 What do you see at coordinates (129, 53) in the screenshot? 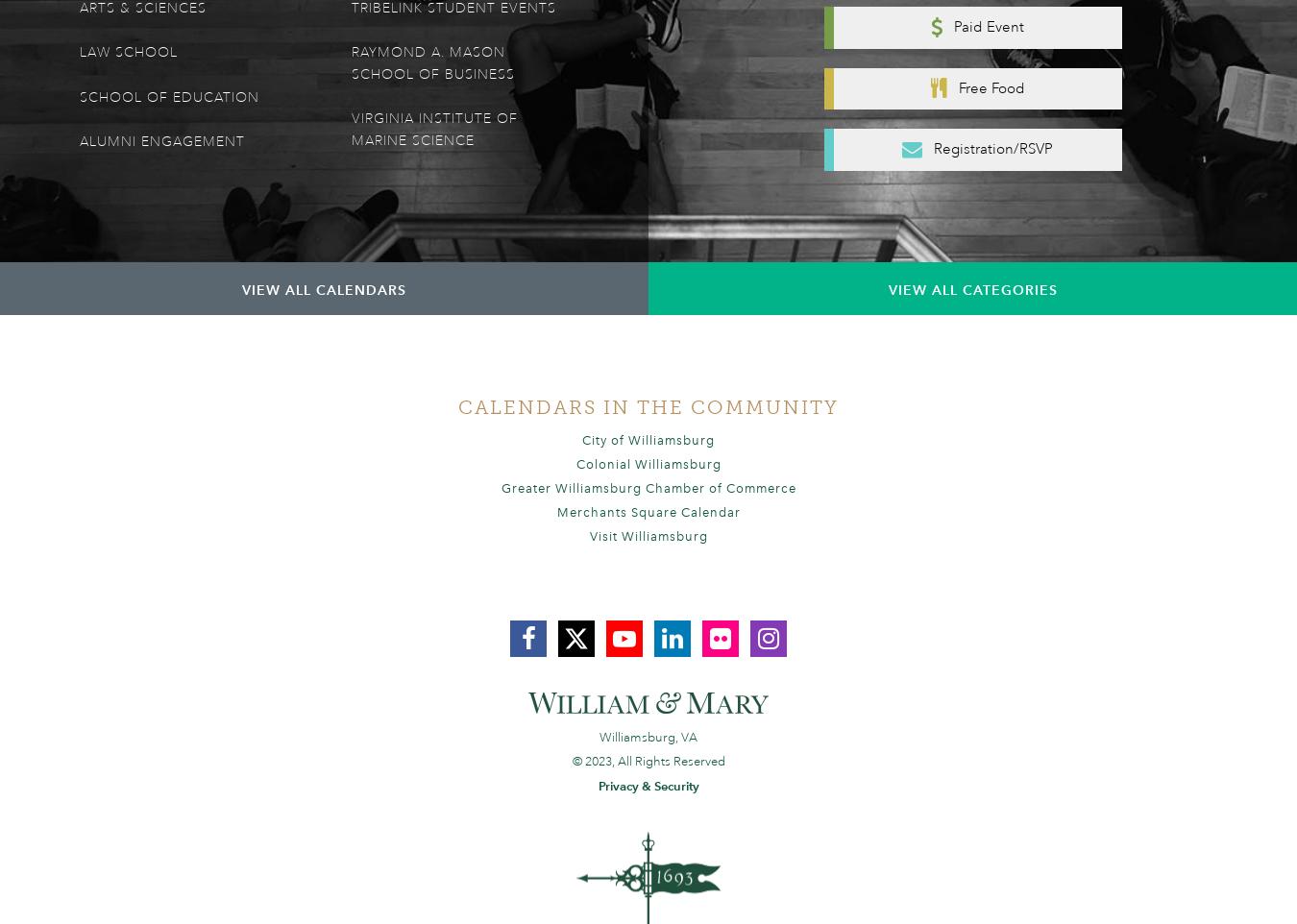
I see `'Law School'` at bounding box center [129, 53].